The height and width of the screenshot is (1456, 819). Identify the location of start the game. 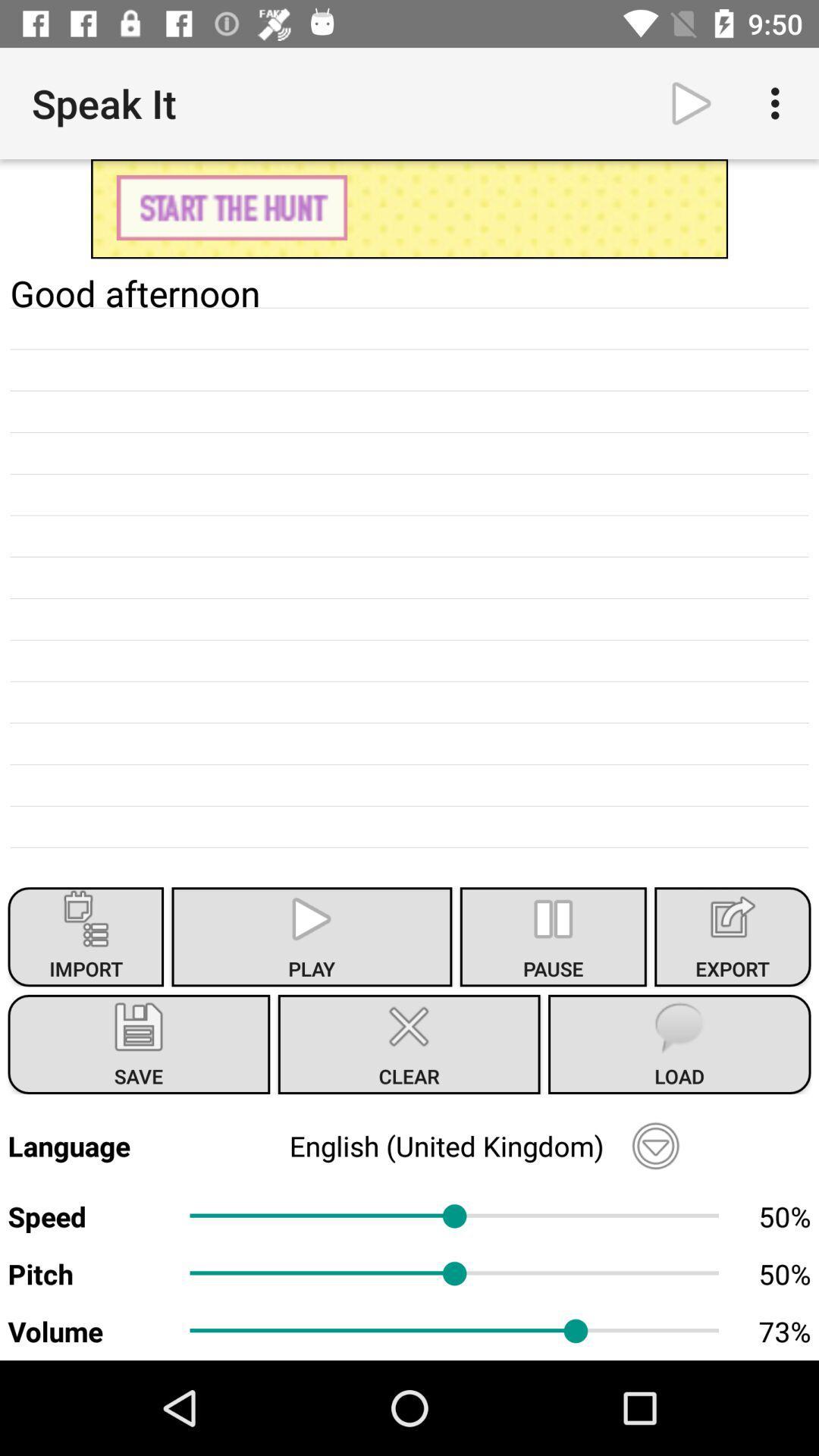
(409, 208).